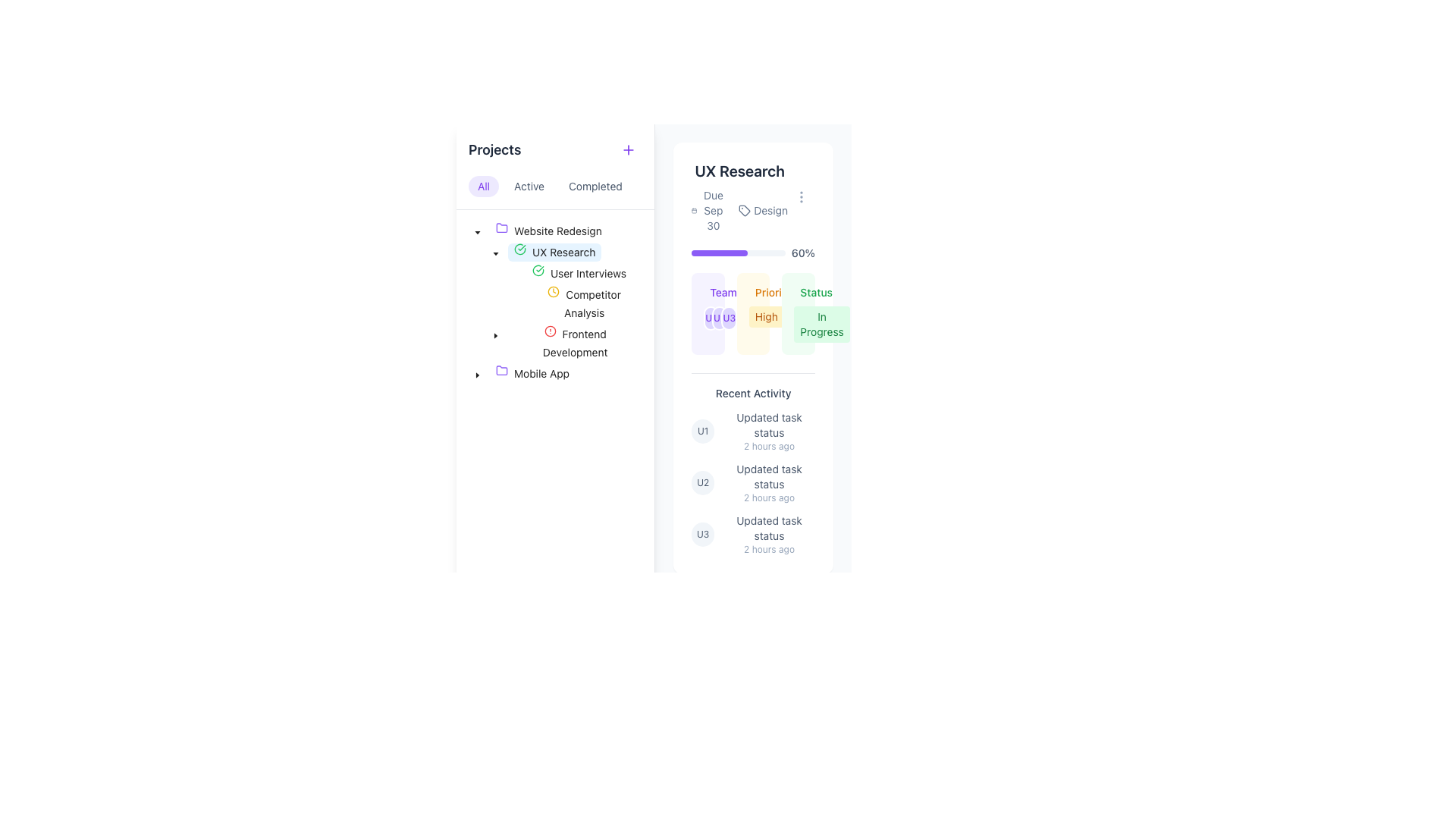 The width and height of the screenshot is (1456, 819). I want to click on the static text element displaying 'U1' located in the right panel under the 'Recent Activity' section, so click(702, 431).